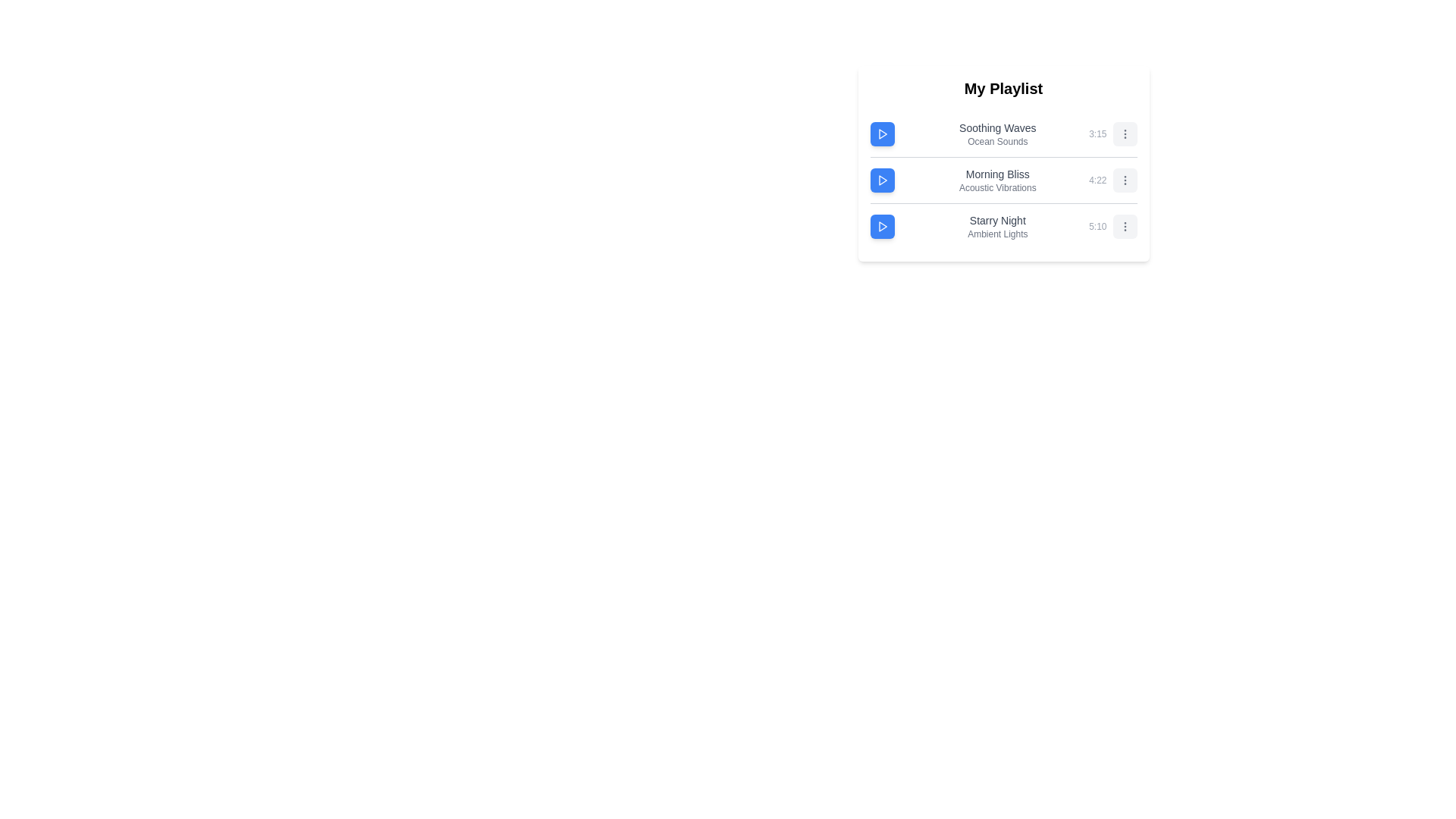 The width and height of the screenshot is (1456, 819). I want to click on the 'More options' button for the playlist item 'Morning Bliss', so click(1125, 180).